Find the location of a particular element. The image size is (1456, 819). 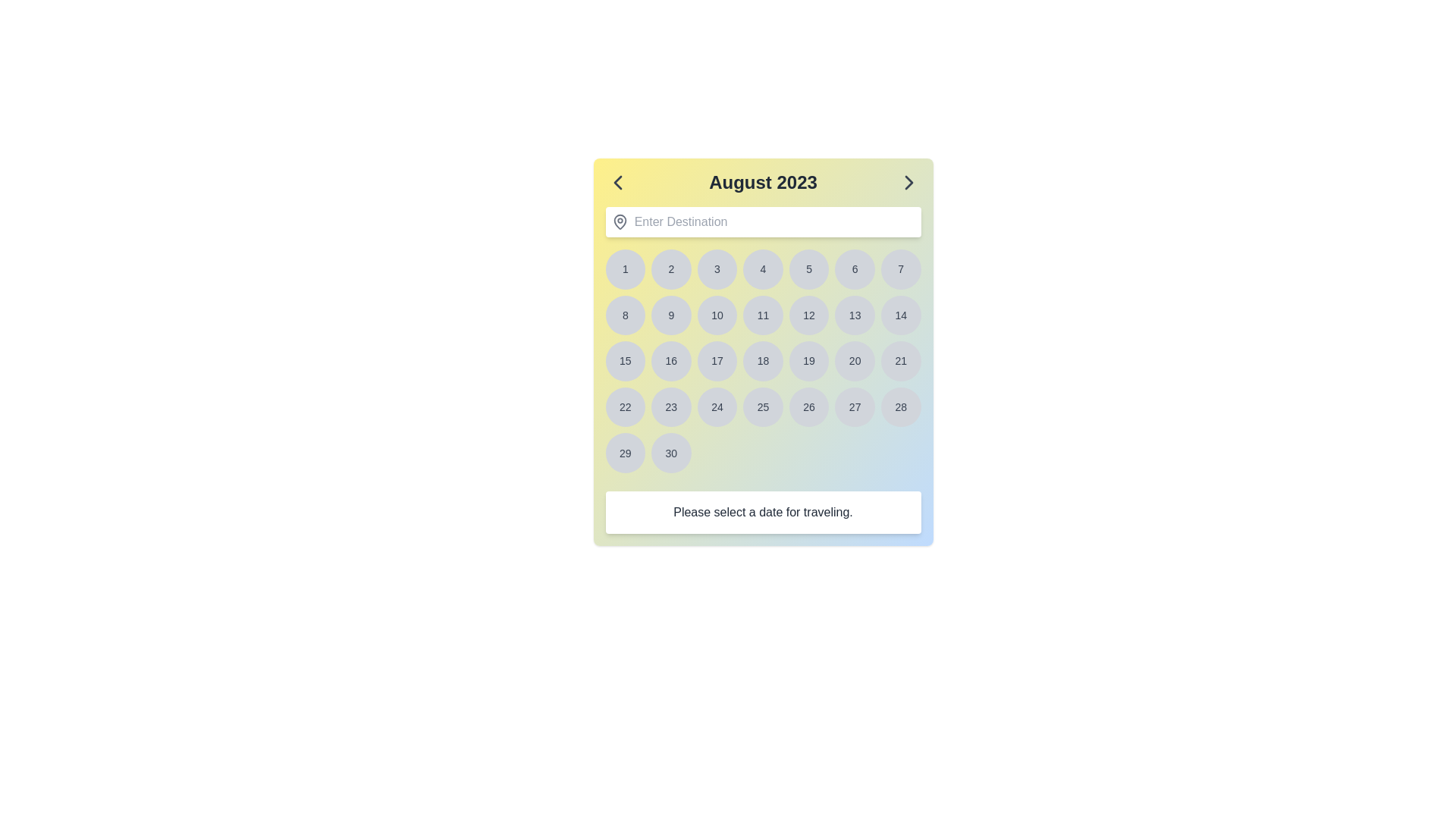

the button in the fourth row and seventh column of the calendar grid is located at coordinates (901, 361).